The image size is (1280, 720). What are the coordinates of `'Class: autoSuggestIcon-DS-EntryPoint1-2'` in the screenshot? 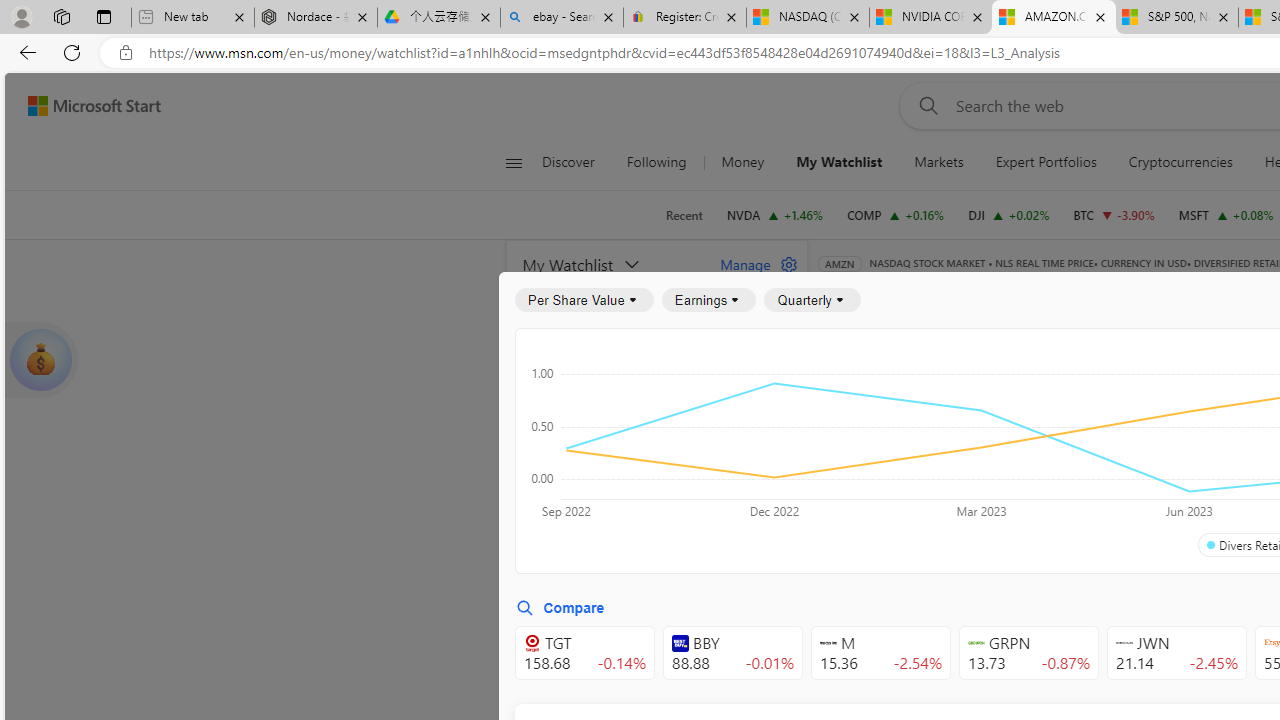 It's located at (1124, 643).